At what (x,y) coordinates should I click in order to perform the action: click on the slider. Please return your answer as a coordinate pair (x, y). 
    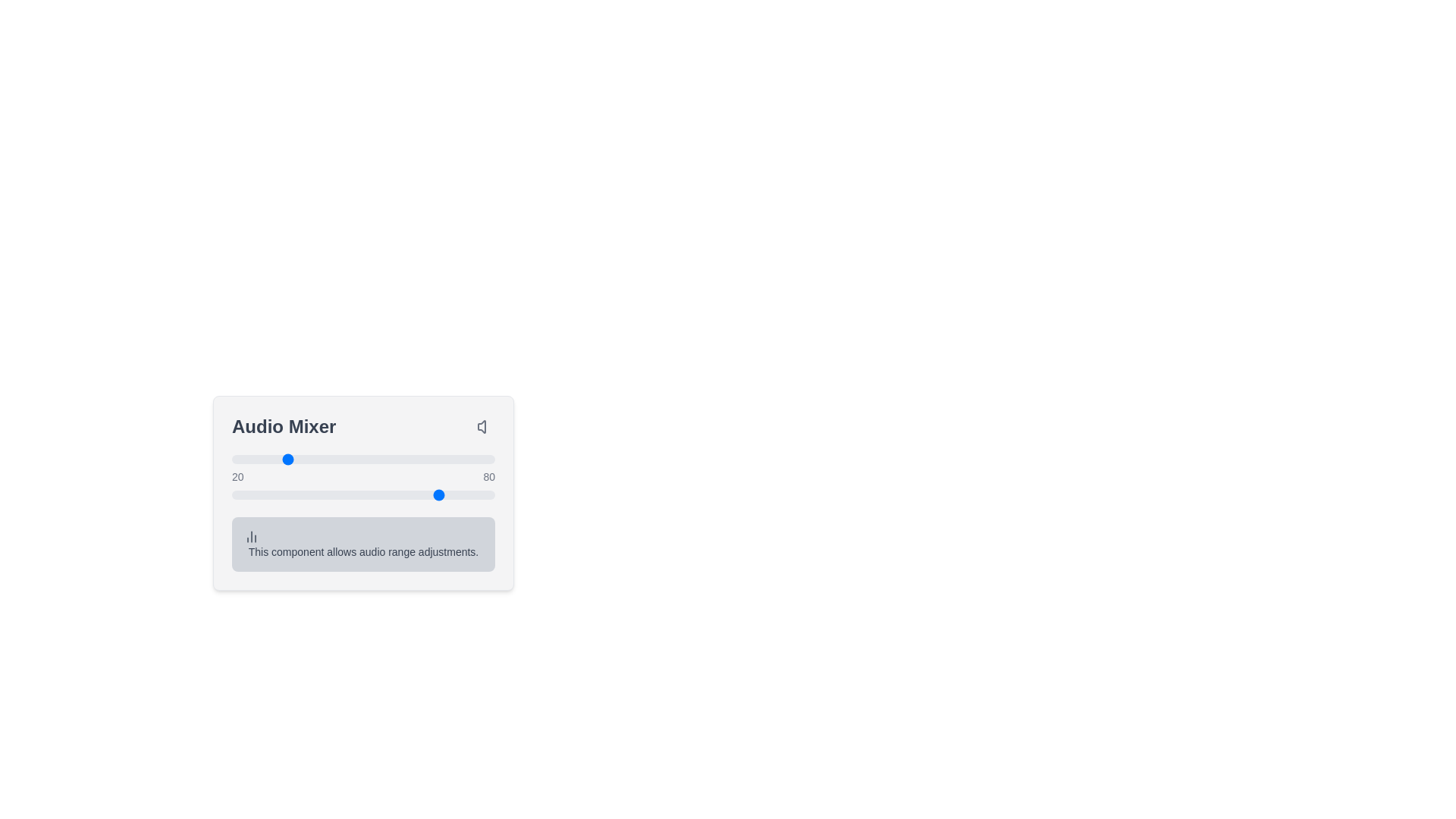
    Looking at the image, I should click on (344, 458).